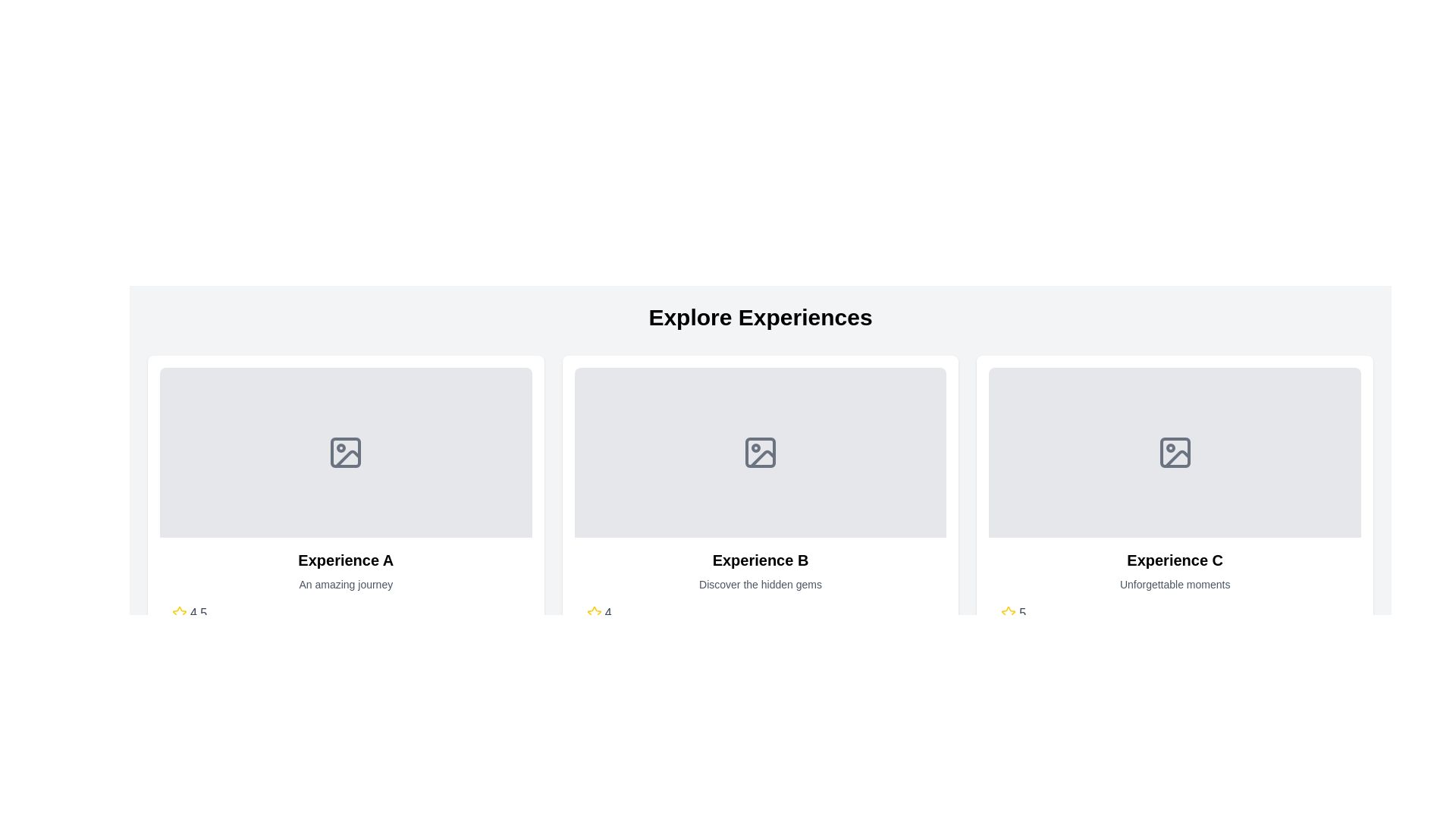 This screenshot has width=1456, height=819. Describe the element at coordinates (198, 613) in the screenshot. I see `displayed value '4.5' from the text component styled with a gray font color, located in the lower-left corner of the ratings section, next to the yellow star icon` at that location.